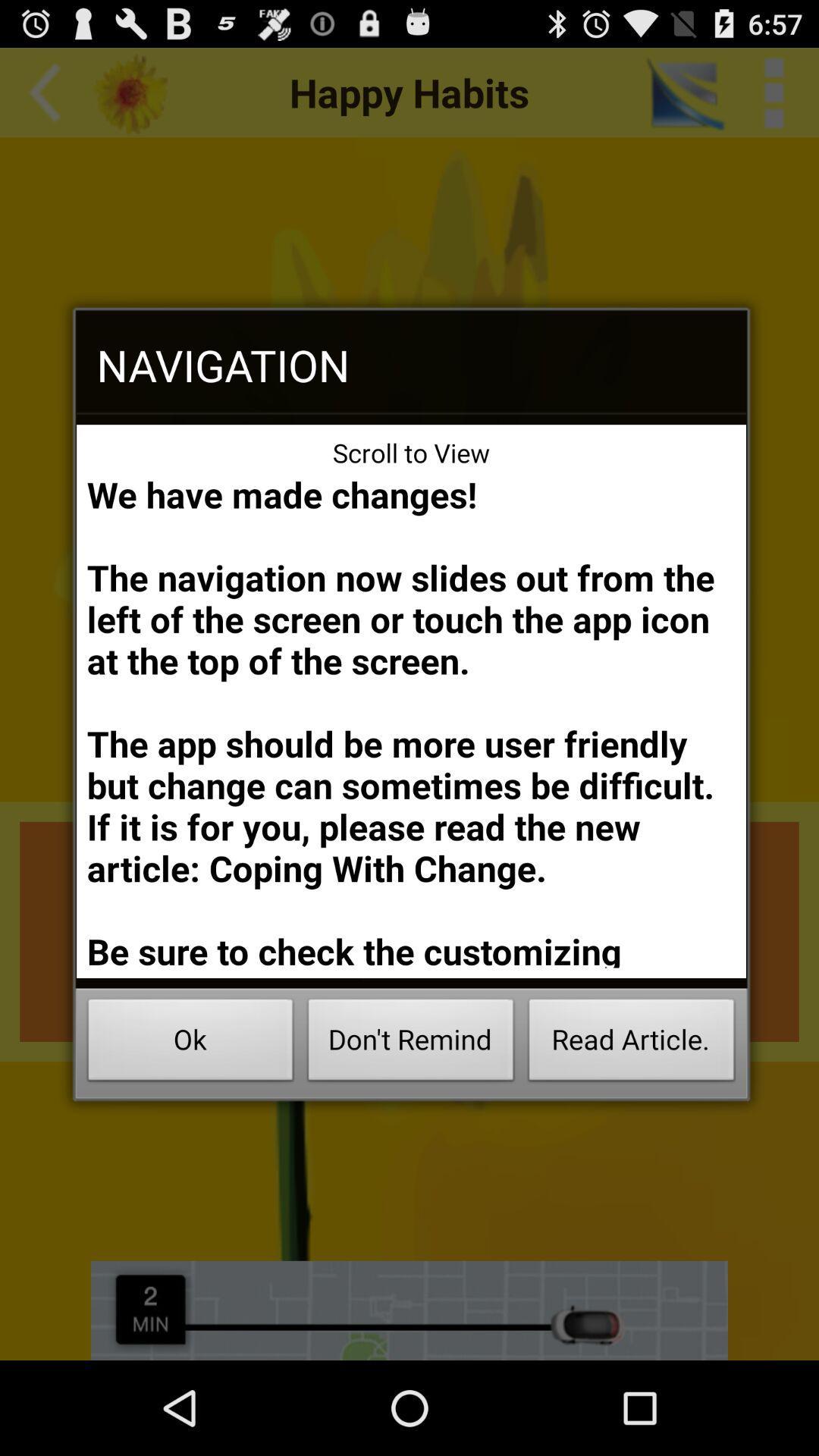  What do you see at coordinates (411, 1043) in the screenshot?
I see `the item to the right of ok item` at bounding box center [411, 1043].